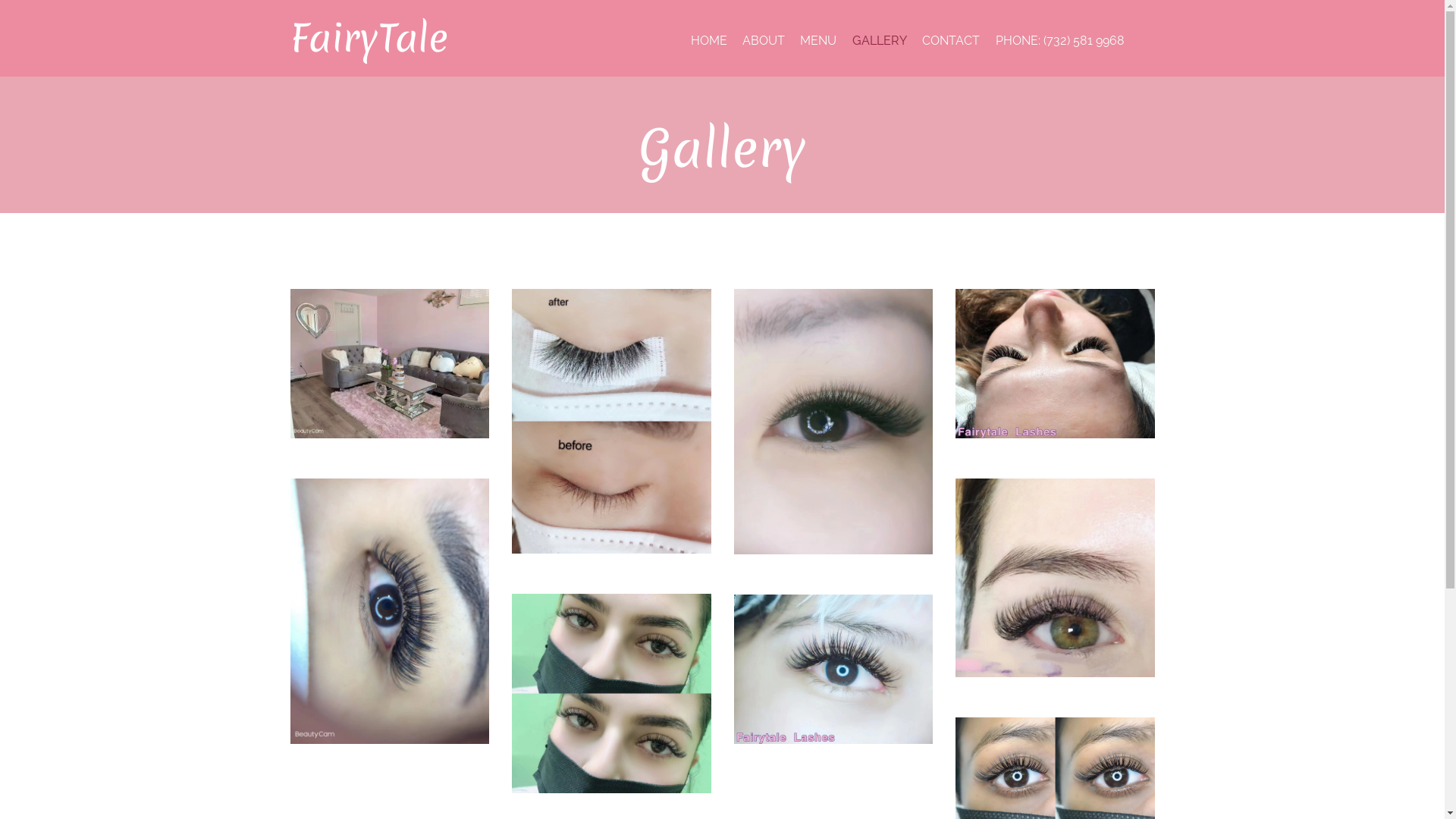  Describe the element at coordinates (817, 40) in the screenshot. I see `'MENU'` at that location.